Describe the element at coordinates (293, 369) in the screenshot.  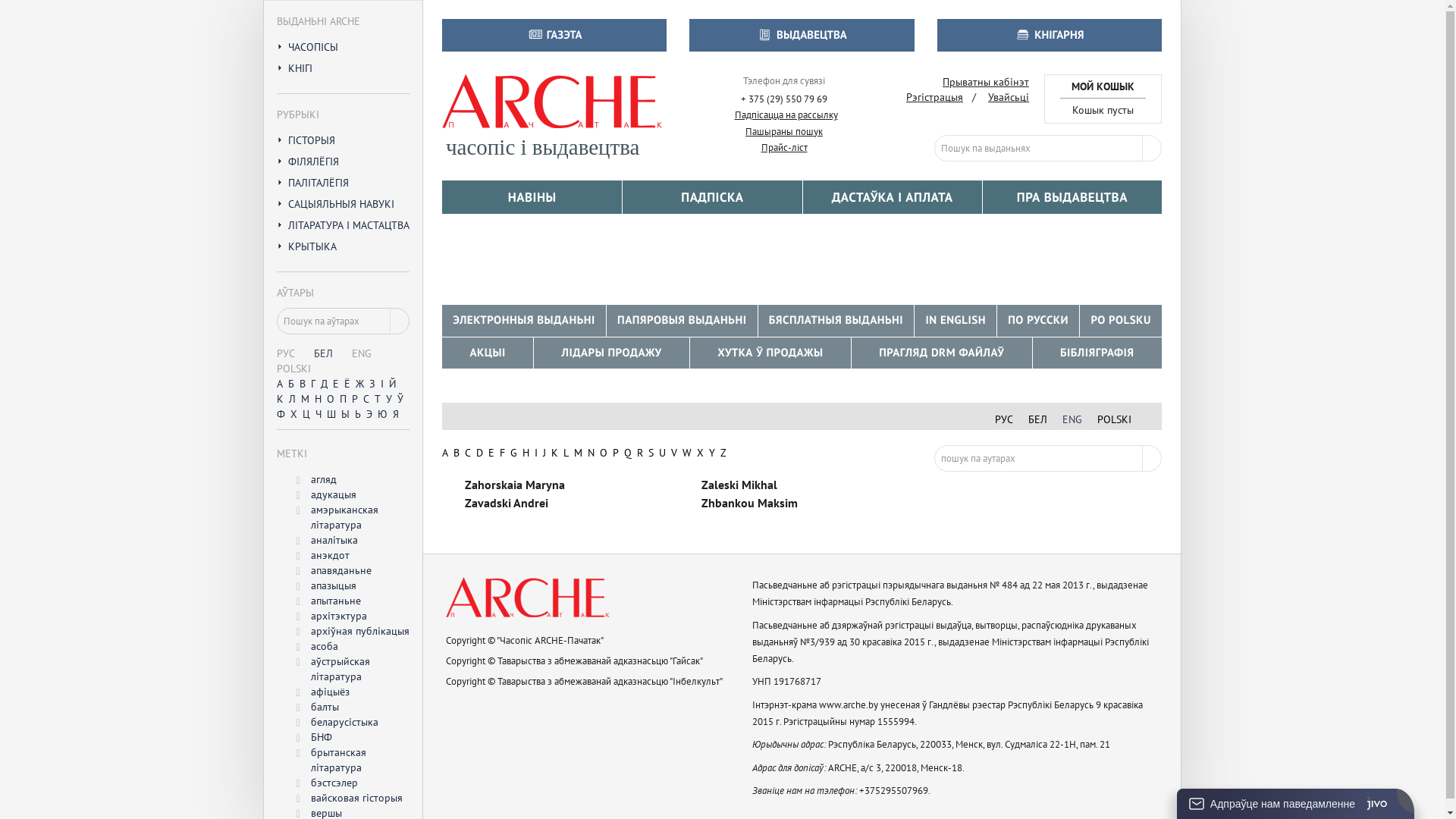
I see `'POLSKI'` at that location.